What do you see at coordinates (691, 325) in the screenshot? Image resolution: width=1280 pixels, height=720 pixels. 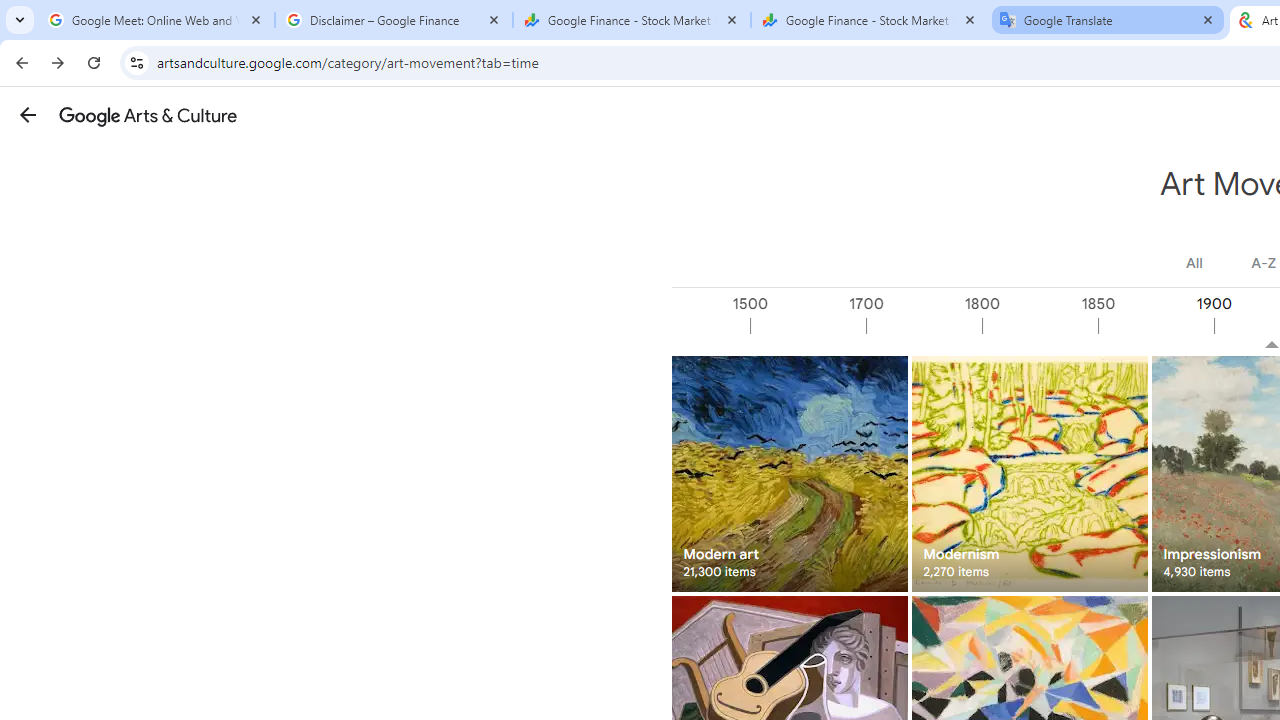 I see `'1000'` at bounding box center [691, 325].